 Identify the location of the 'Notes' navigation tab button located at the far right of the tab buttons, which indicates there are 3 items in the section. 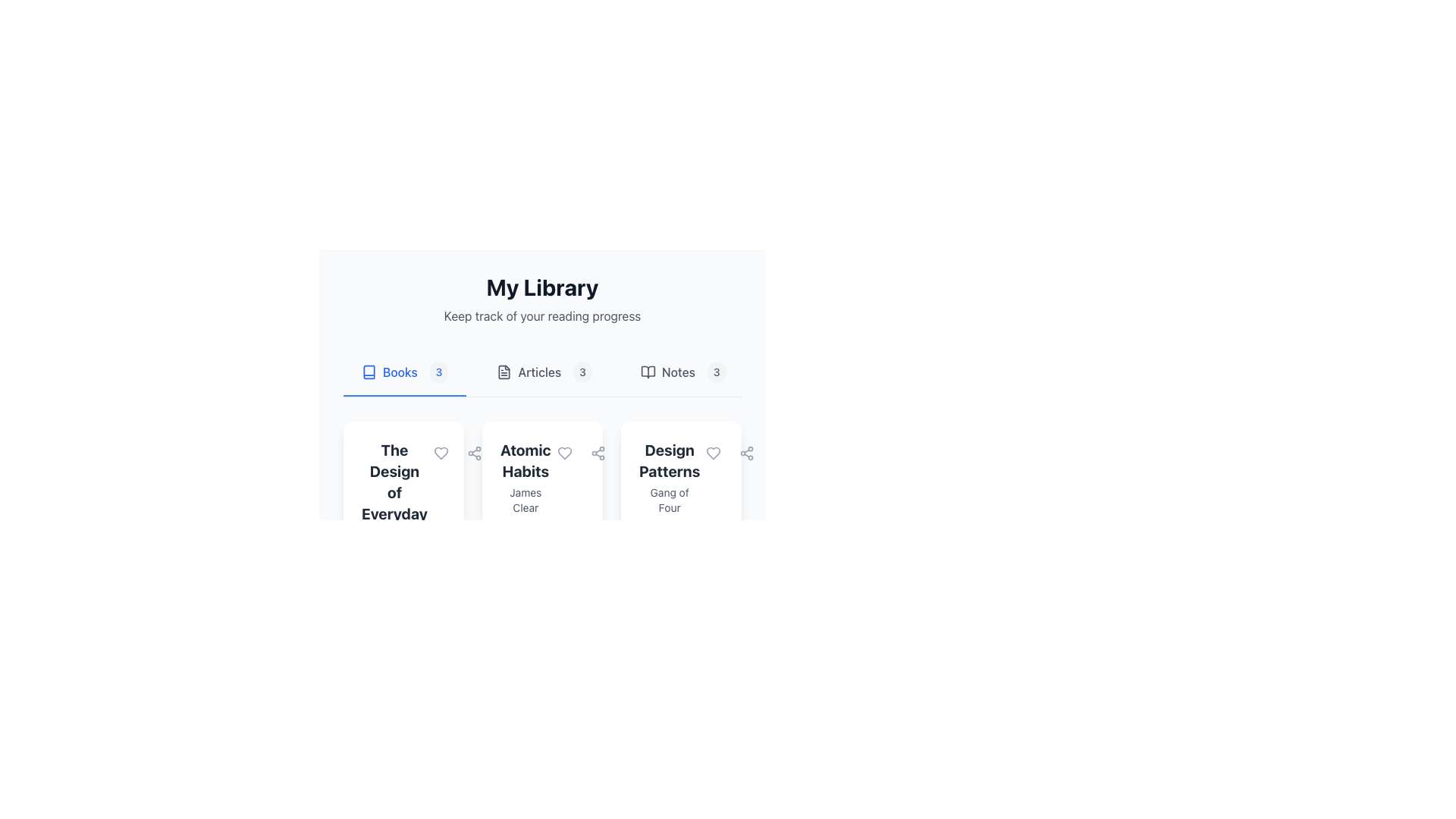
(682, 373).